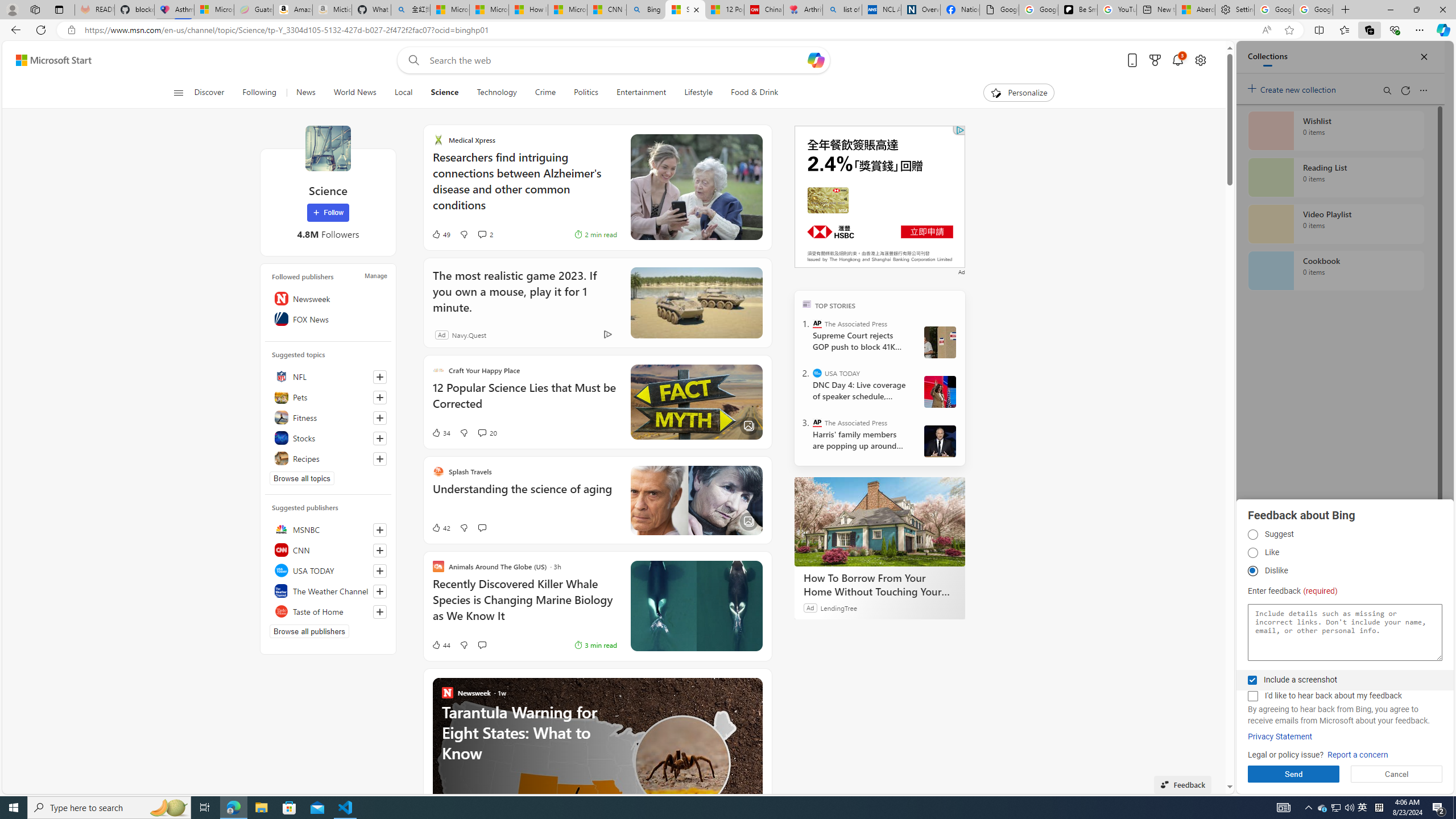 The width and height of the screenshot is (1456, 819). I want to click on 'Dislike Dislike', so click(1252, 570).